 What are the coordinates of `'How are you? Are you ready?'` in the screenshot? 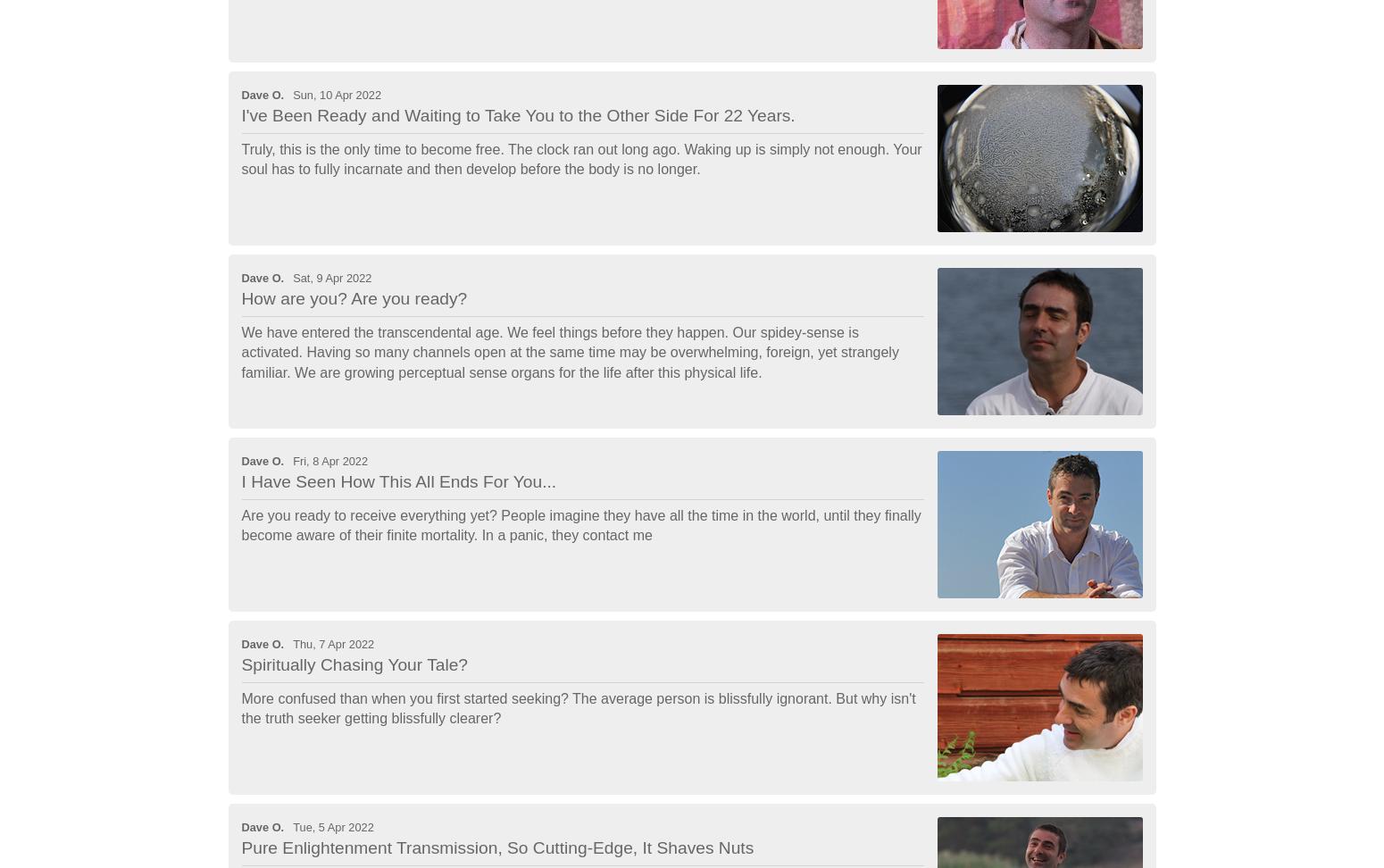 It's located at (354, 297).